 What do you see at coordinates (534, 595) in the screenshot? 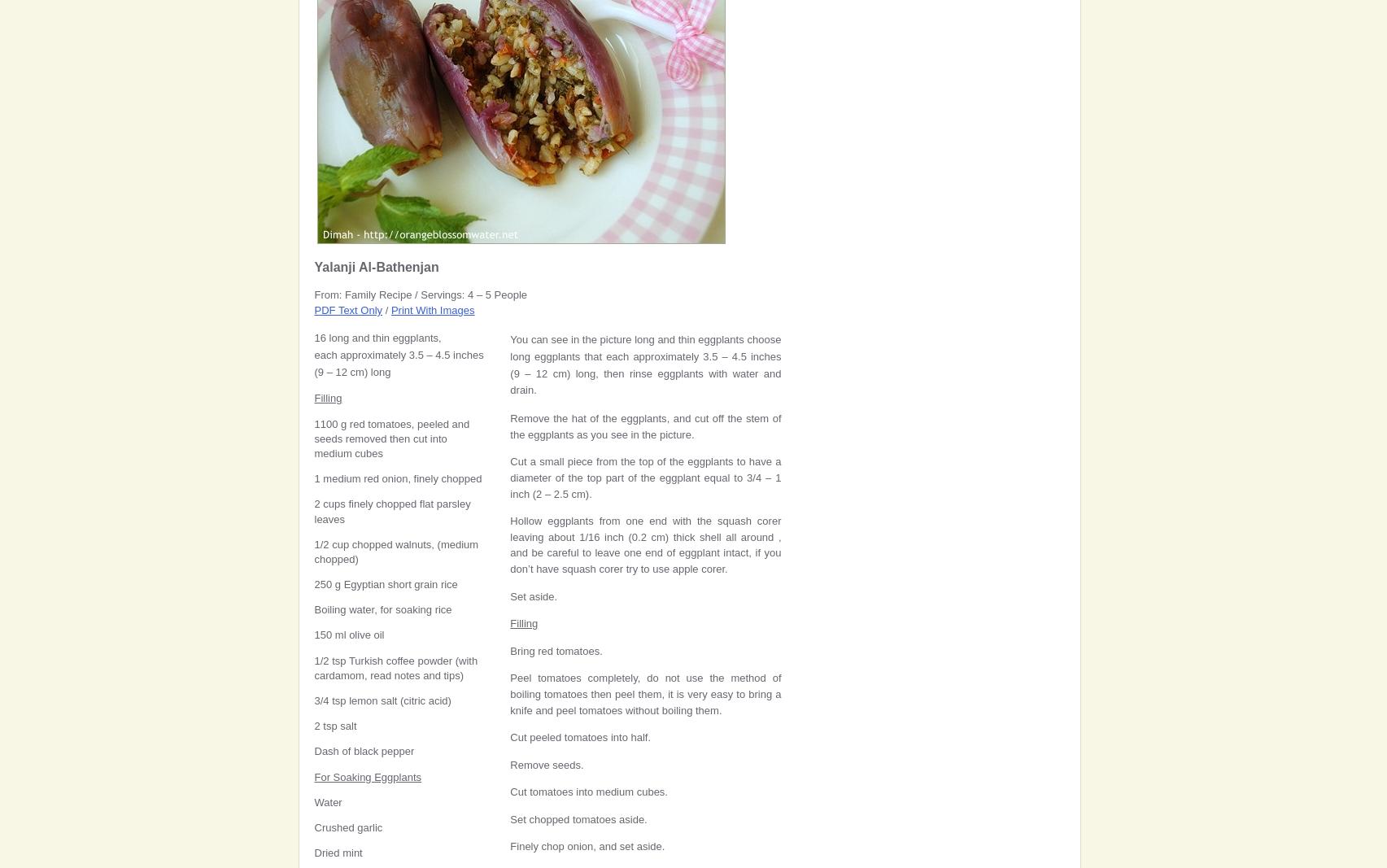
I see `'Set aside.'` at bounding box center [534, 595].